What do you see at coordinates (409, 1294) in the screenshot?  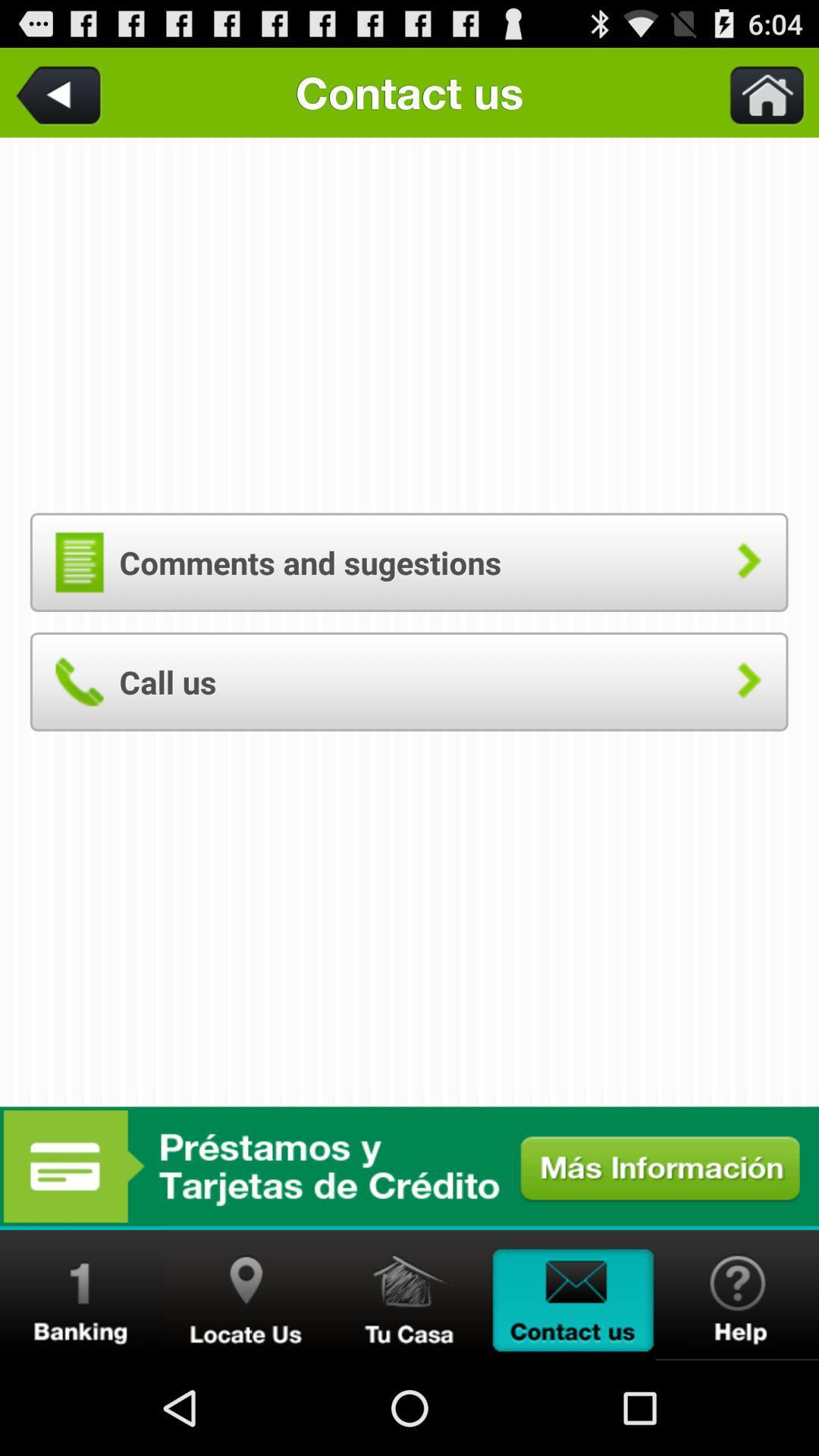 I see `home screen` at bounding box center [409, 1294].